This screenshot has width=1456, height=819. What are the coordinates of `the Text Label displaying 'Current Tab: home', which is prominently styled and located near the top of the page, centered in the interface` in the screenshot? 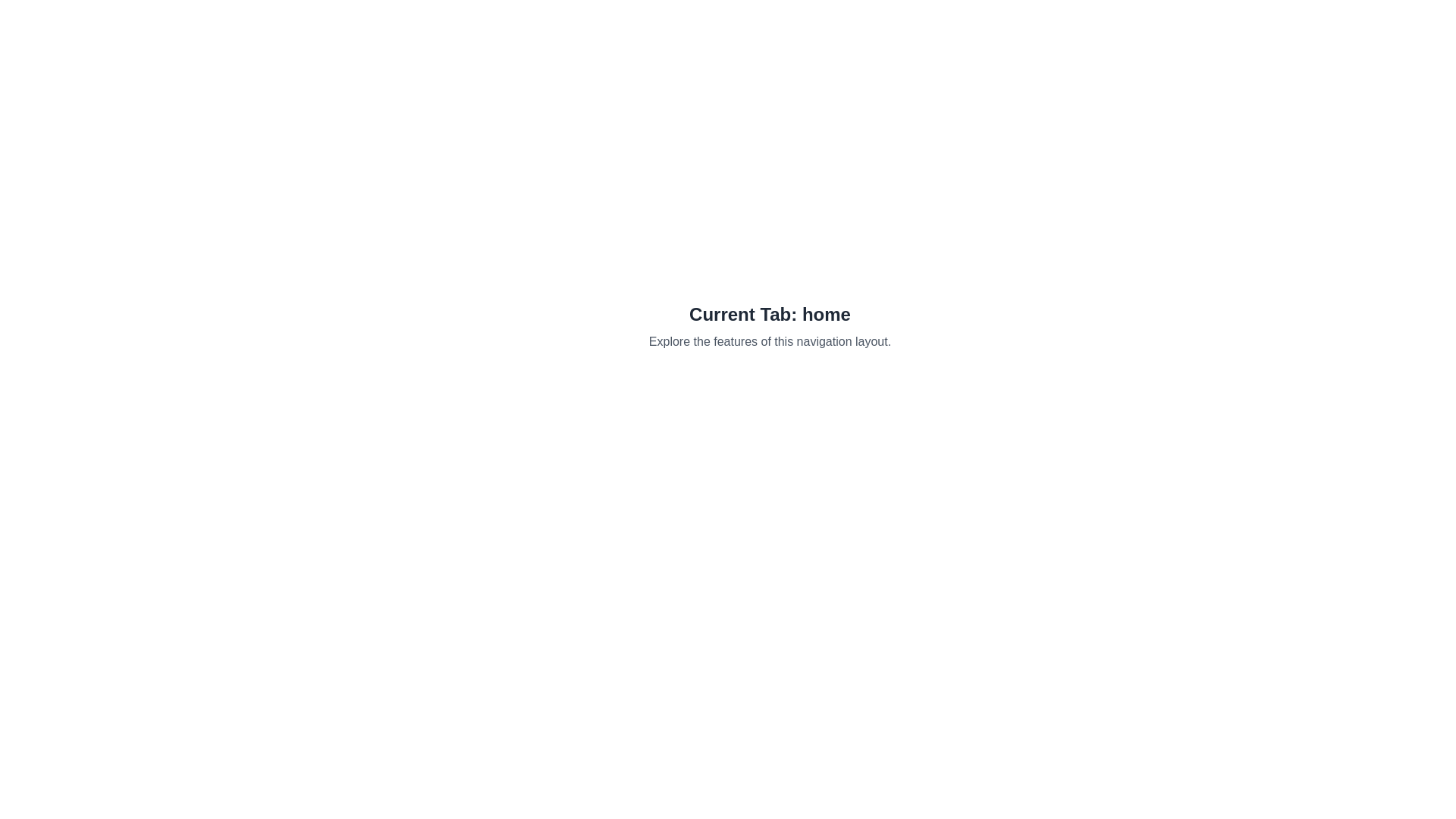 It's located at (770, 314).